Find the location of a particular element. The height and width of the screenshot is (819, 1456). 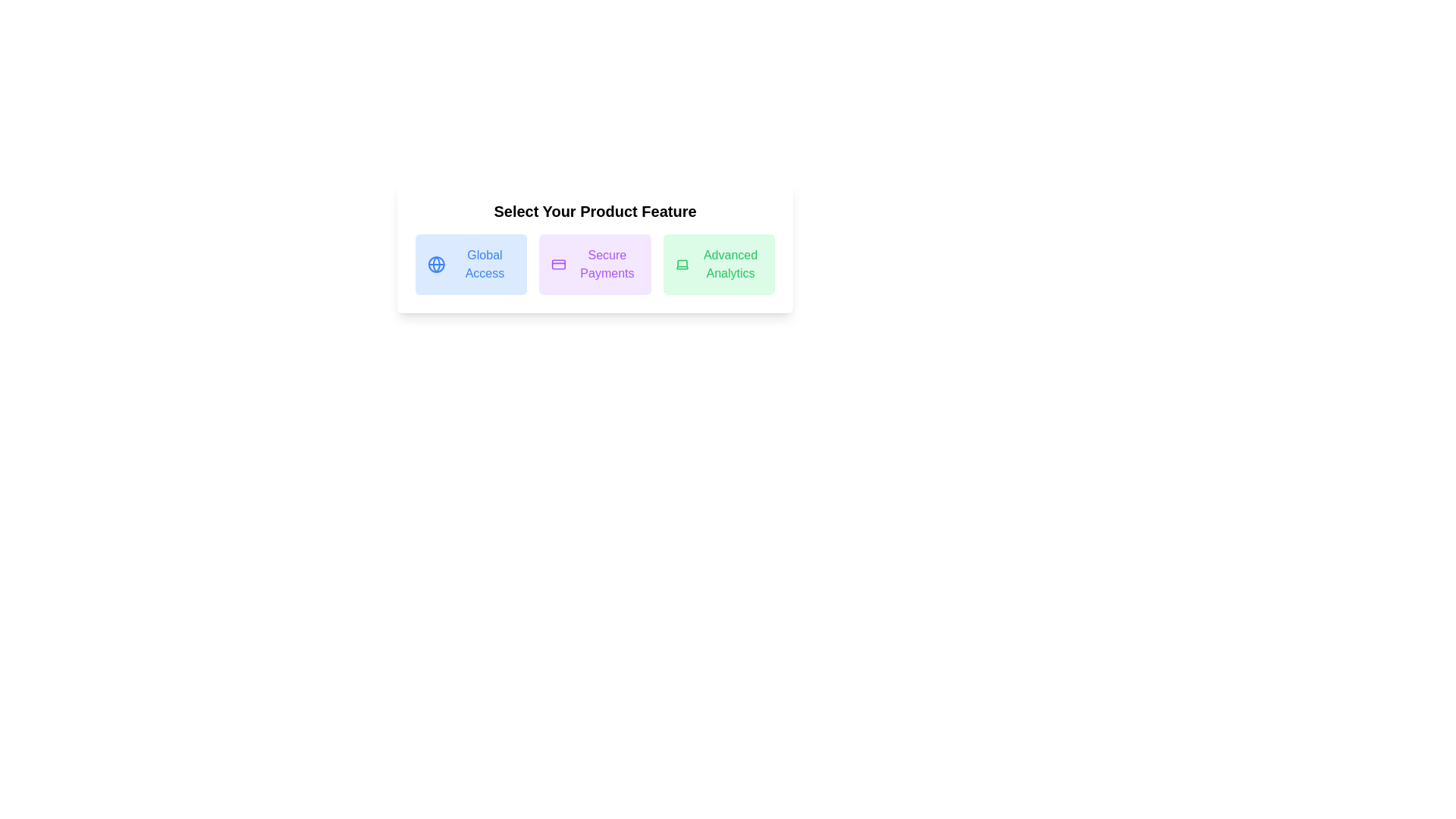

the blue circular graphic icon labeled 'Global Access', which is centrally located within a grid structure and has a white outline is located at coordinates (435, 263).